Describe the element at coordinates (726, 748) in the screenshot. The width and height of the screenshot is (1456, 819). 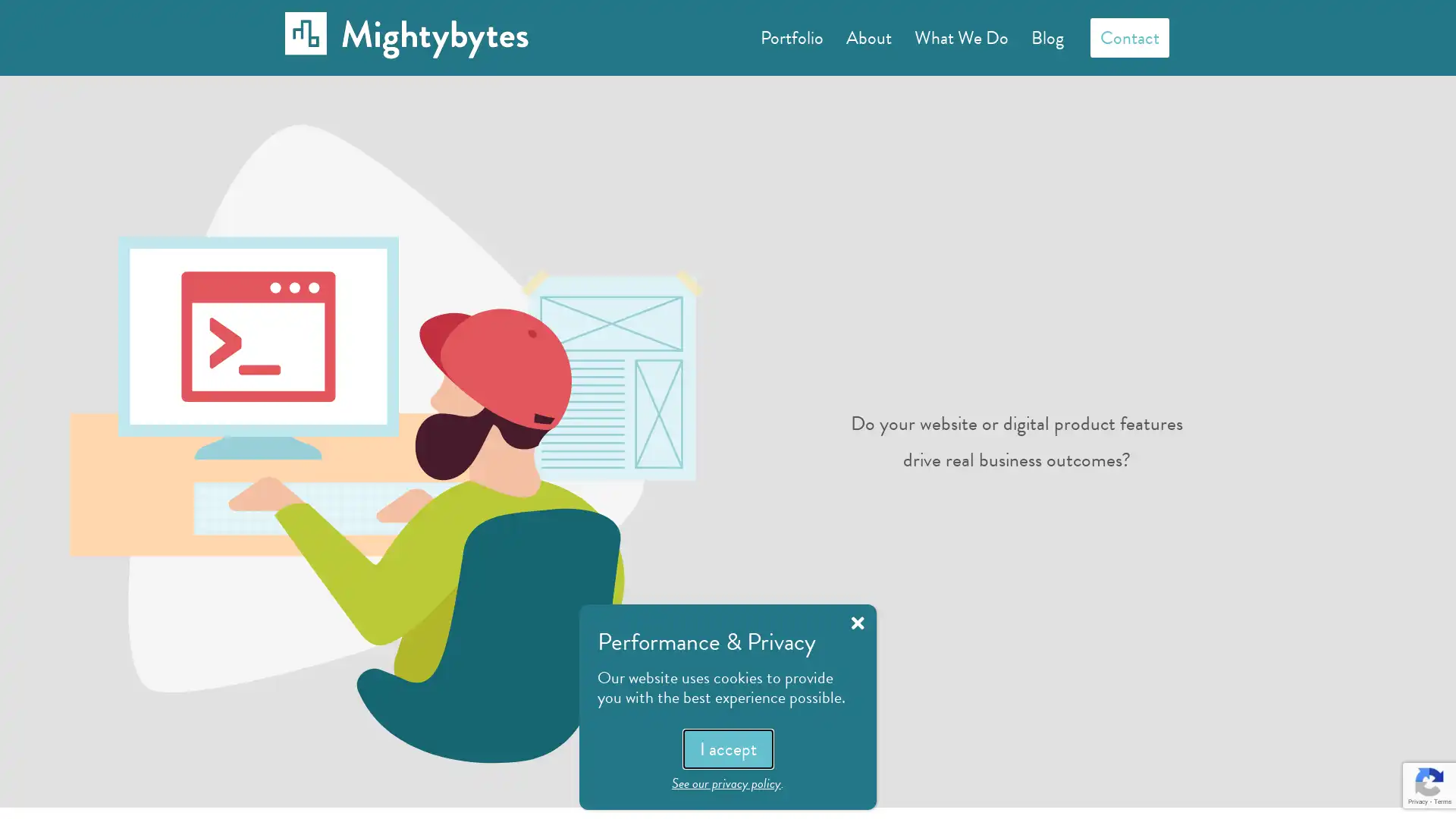
I see `I accept` at that location.